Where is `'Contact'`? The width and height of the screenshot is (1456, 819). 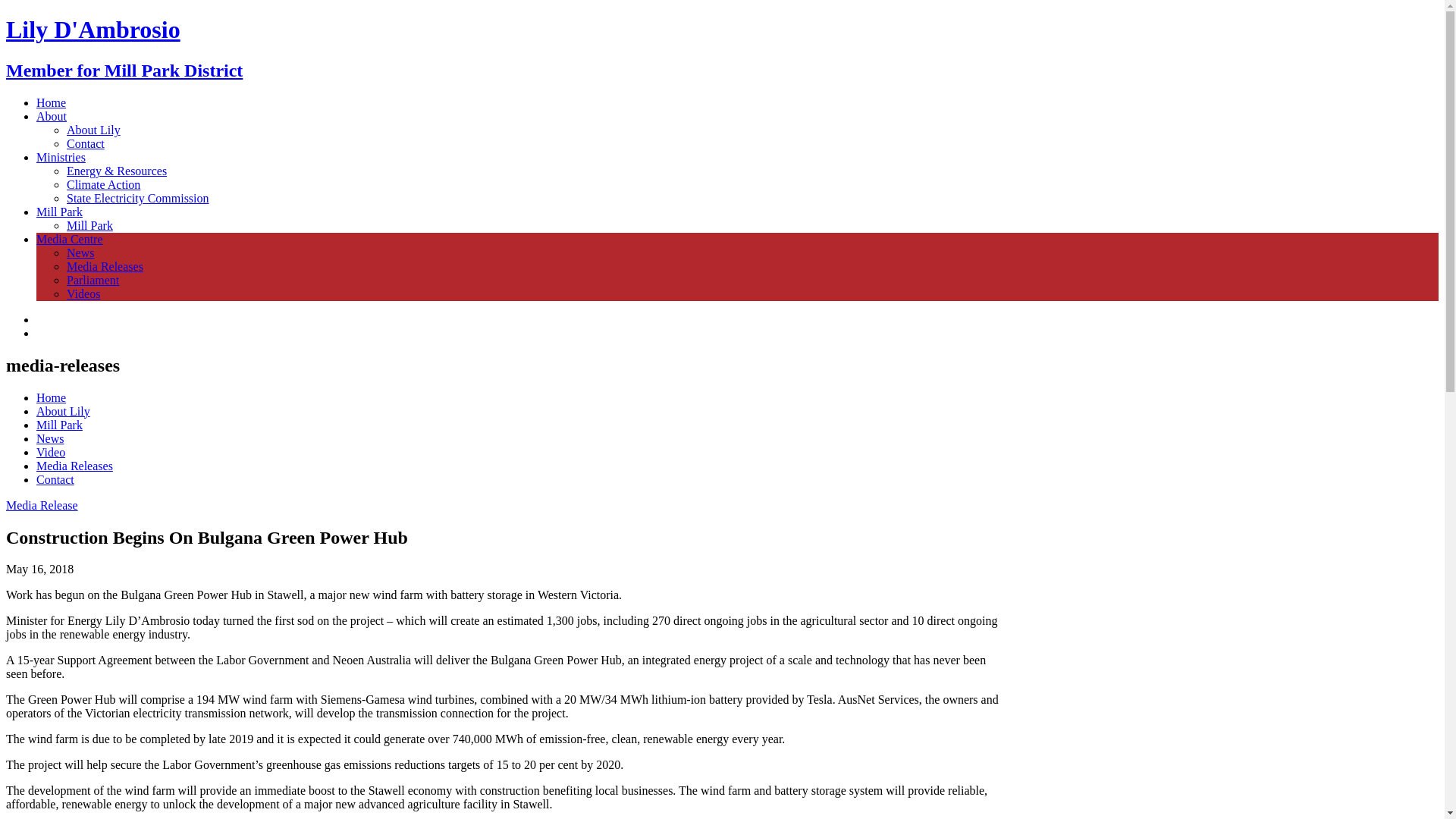
'Contact' is located at coordinates (85, 143).